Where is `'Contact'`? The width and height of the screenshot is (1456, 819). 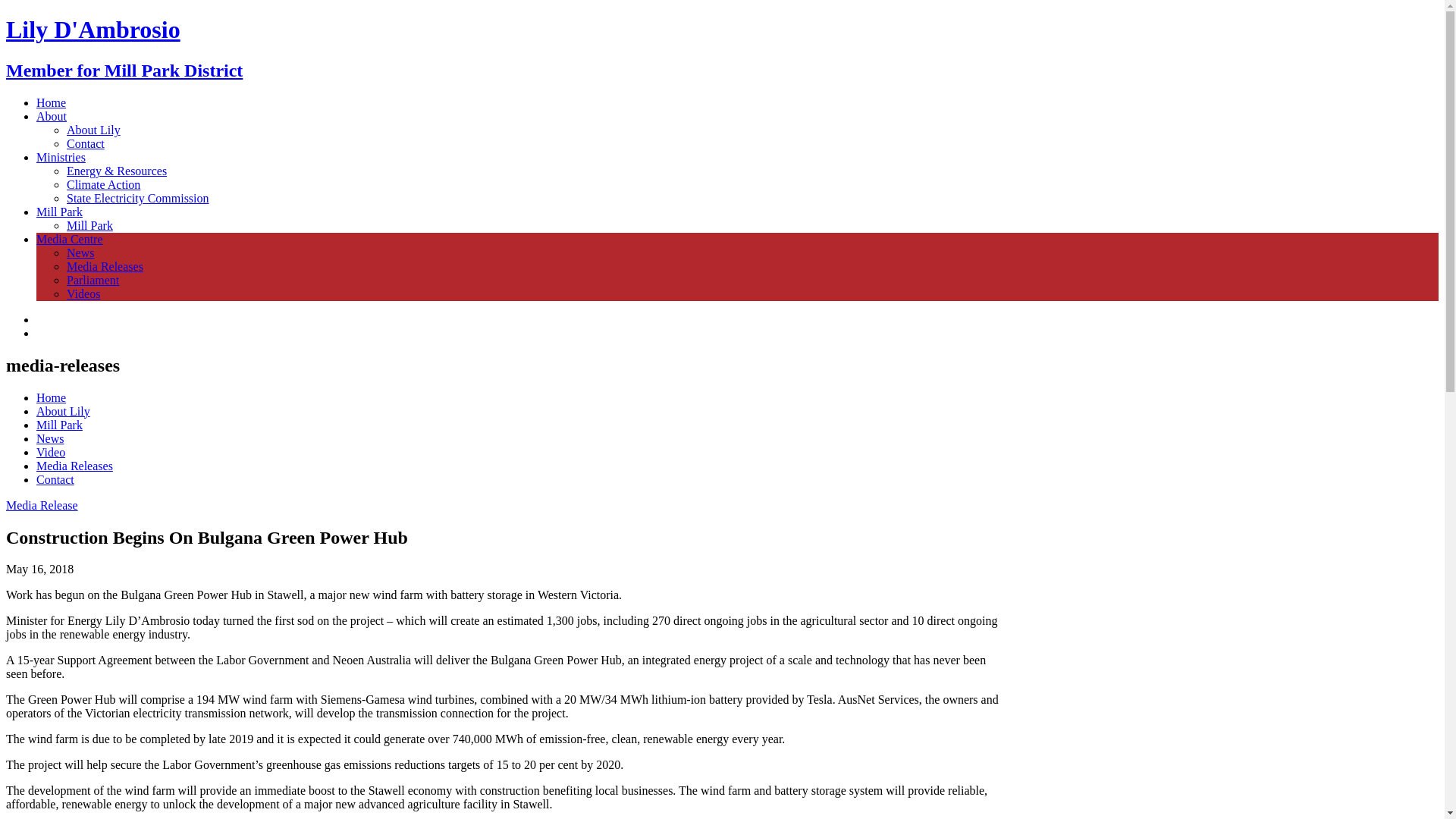
'Contact' is located at coordinates (85, 143).